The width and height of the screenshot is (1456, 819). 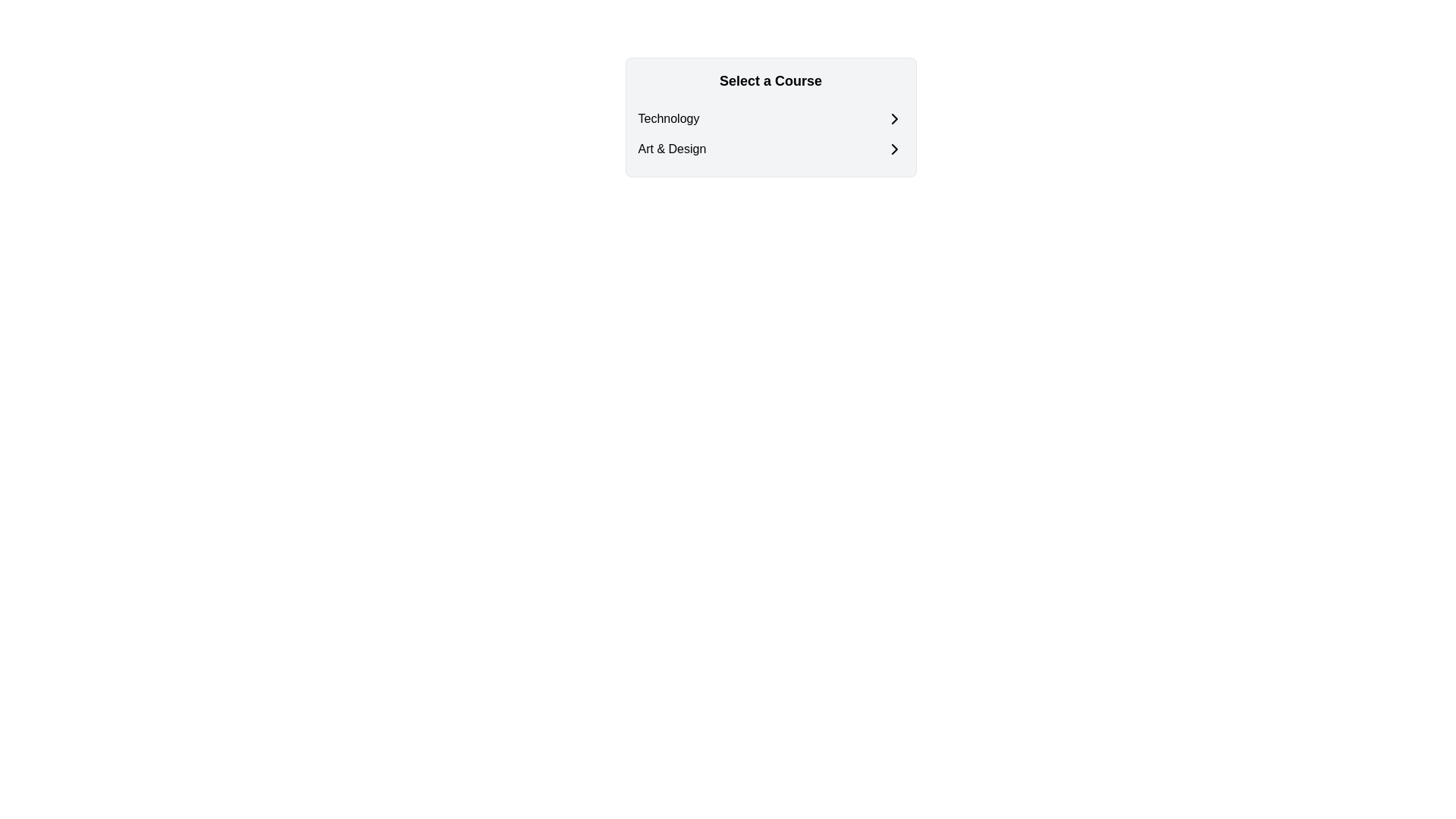 I want to click on the SVG right-arrow icon located below the 'Technology' label, so click(x=894, y=118).